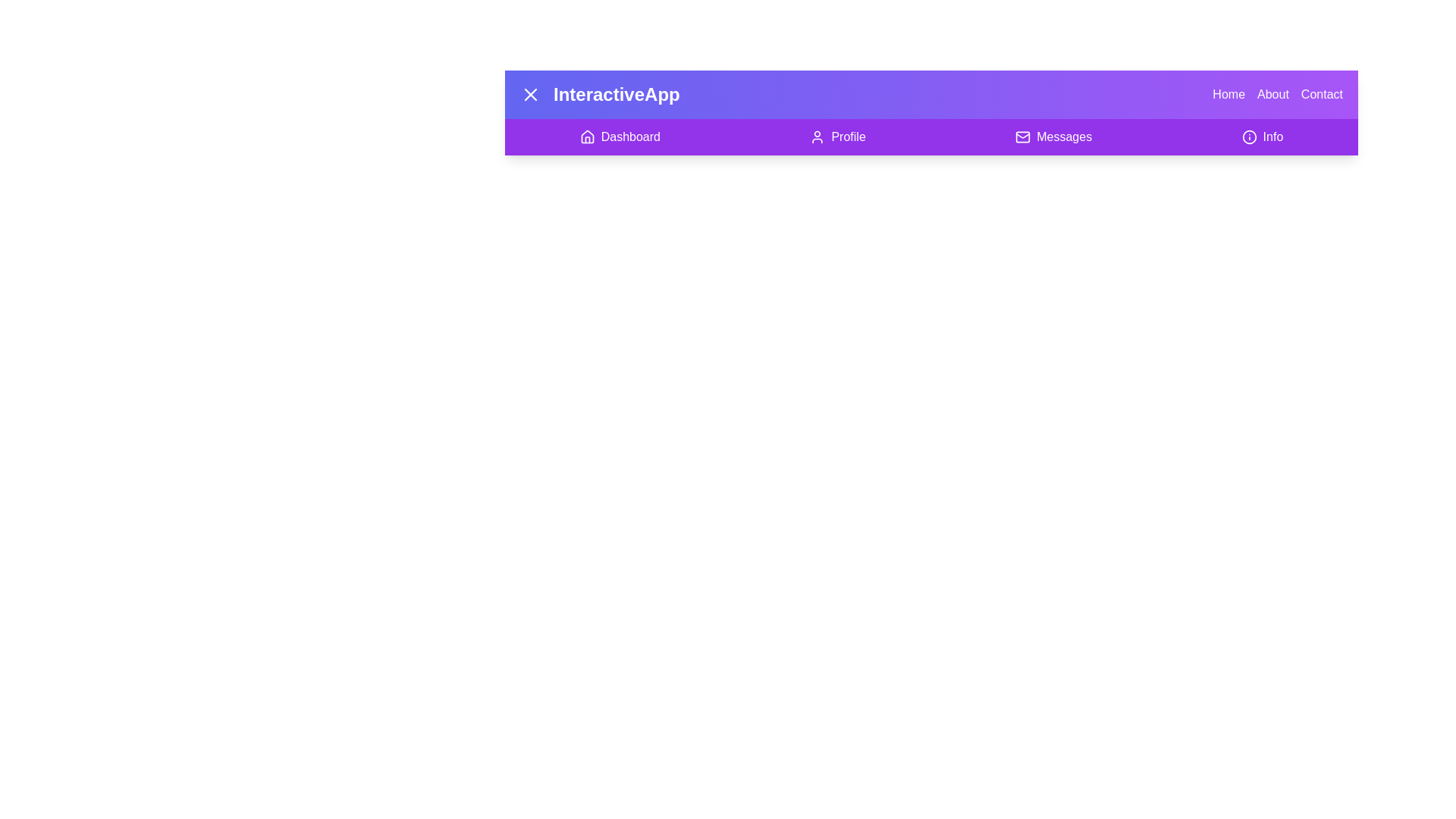  I want to click on the button labeled Info to observe its hover effect, so click(1263, 137).